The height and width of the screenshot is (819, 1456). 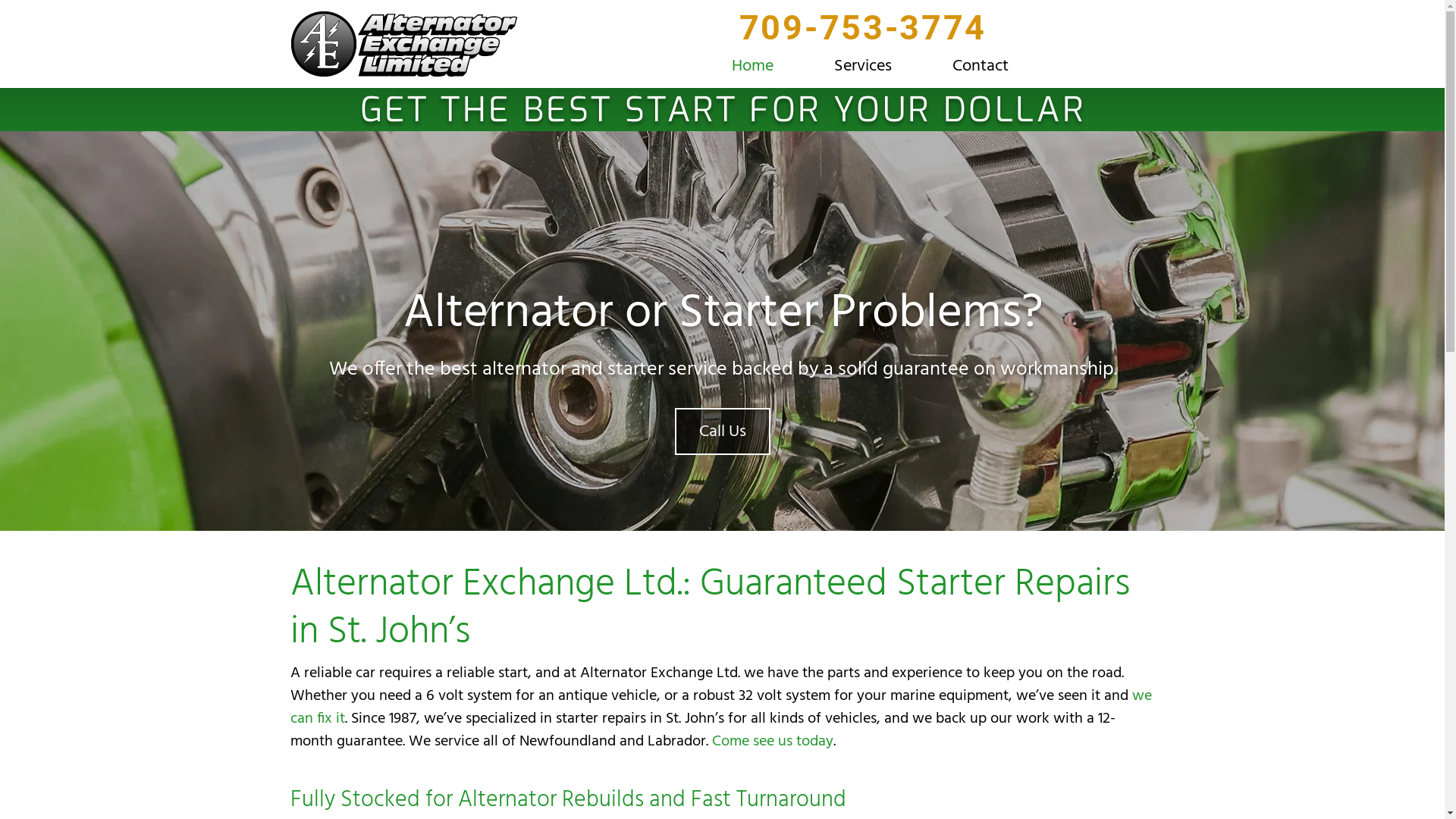 I want to click on 'Call Us', so click(x=722, y=431).